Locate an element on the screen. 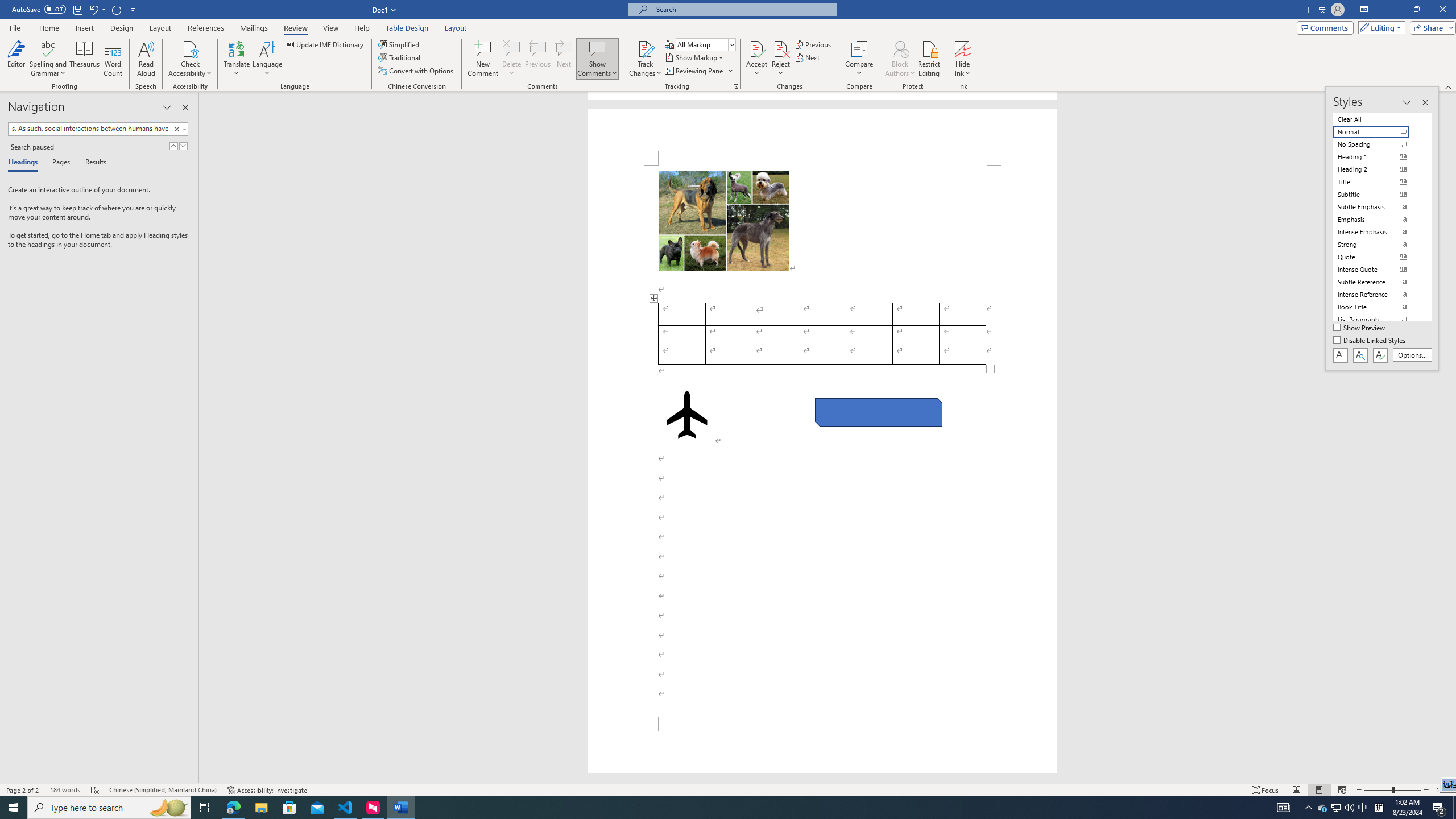 The width and height of the screenshot is (1456, 819). 'Track Changes' is located at coordinates (644, 48).